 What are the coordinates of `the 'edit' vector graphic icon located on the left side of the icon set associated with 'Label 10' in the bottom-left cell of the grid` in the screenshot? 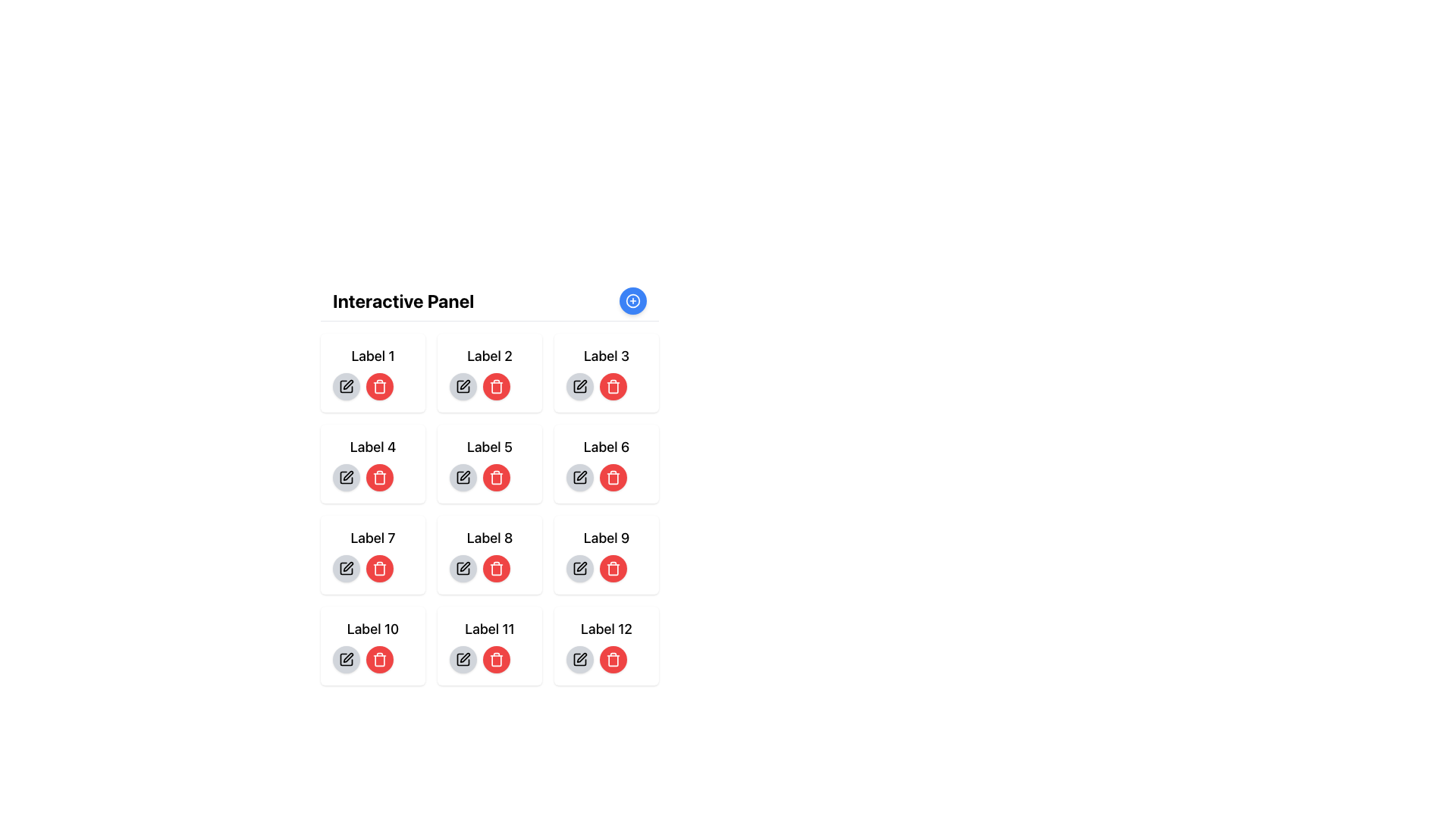 It's located at (347, 657).